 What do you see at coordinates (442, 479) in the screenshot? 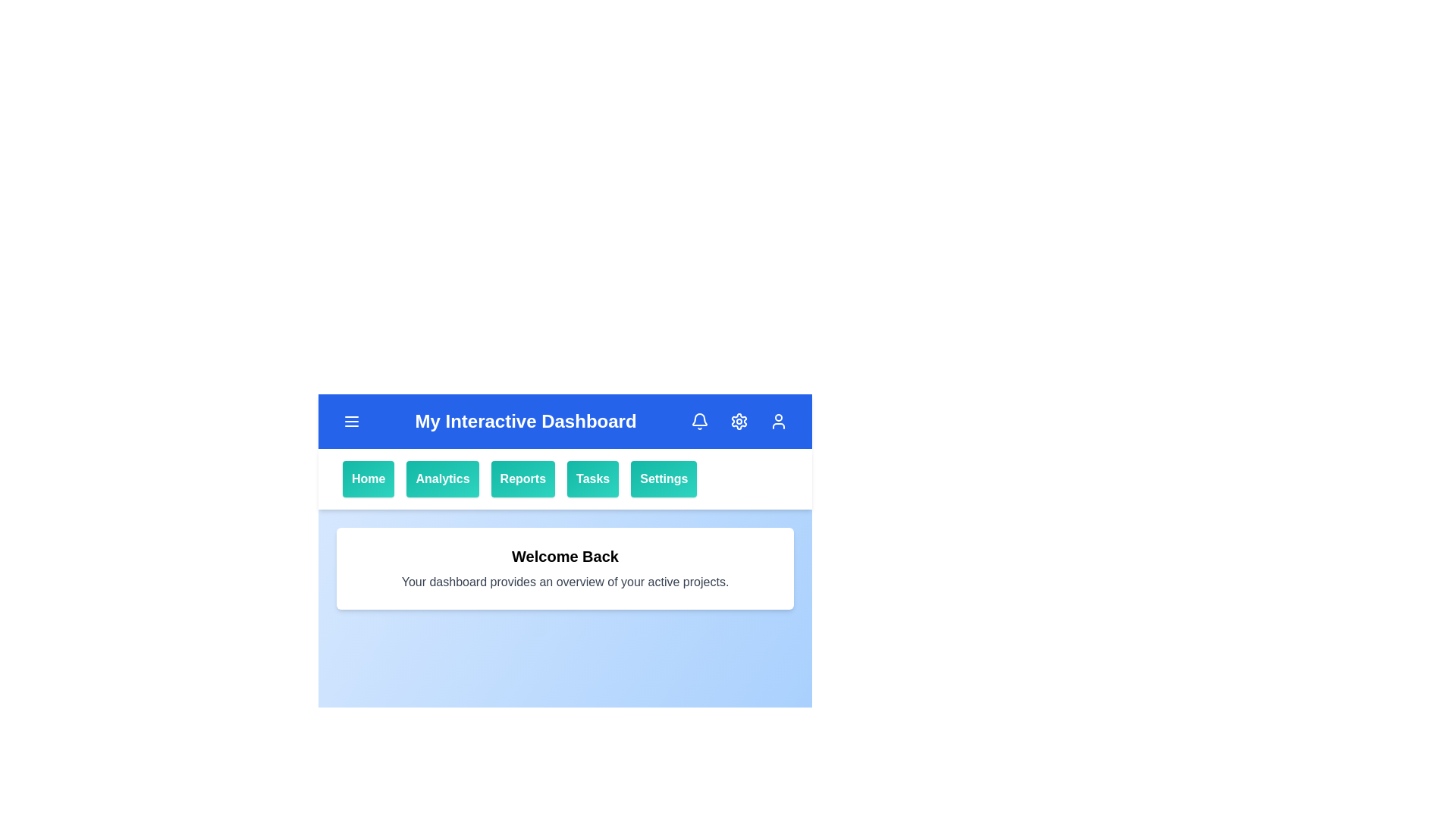
I see `the analytics_button to observe the hover effect` at bounding box center [442, 479].